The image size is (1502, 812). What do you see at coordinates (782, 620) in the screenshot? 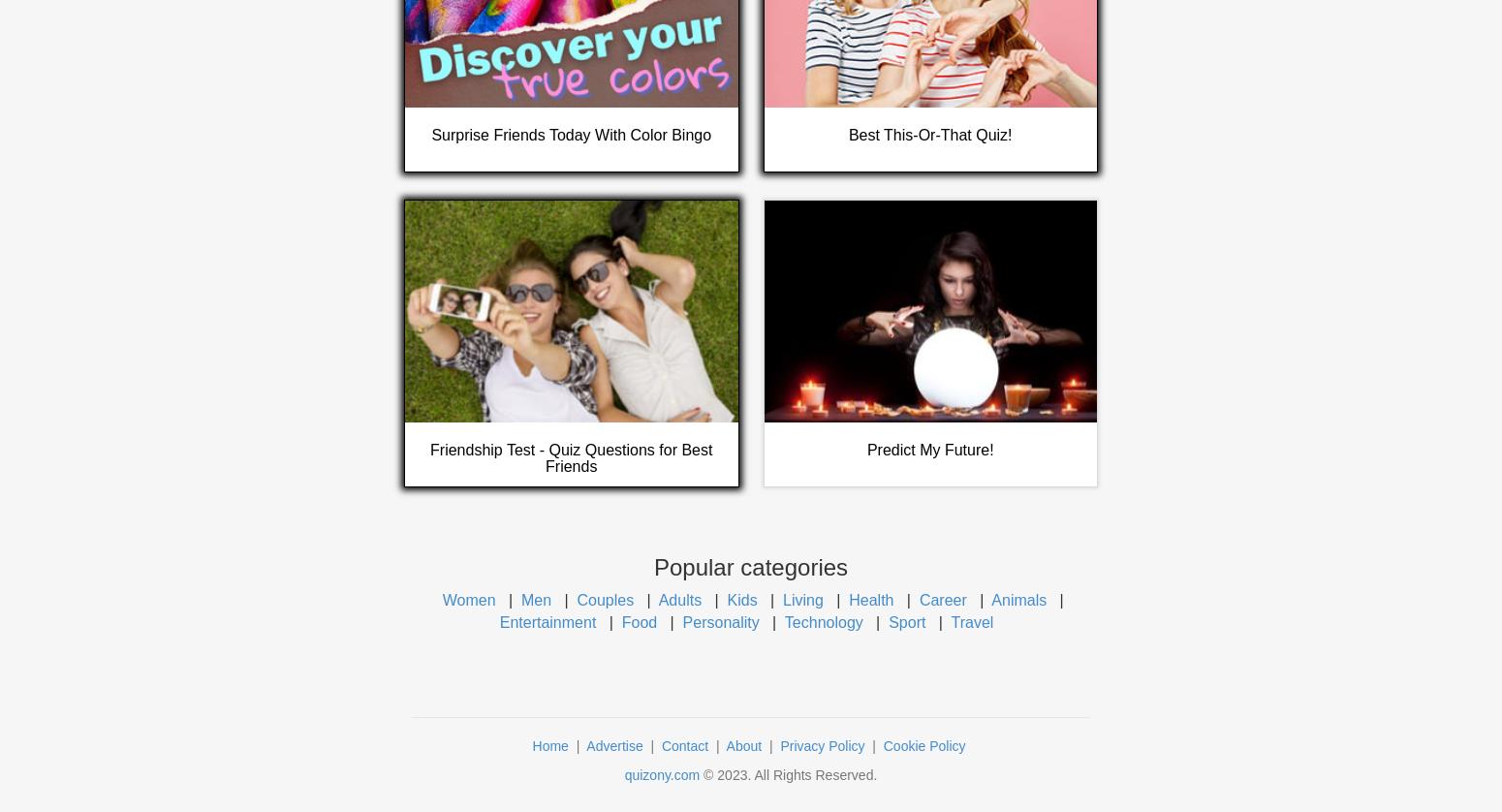
I see `'Technology'` at bounding box center [782, 620].